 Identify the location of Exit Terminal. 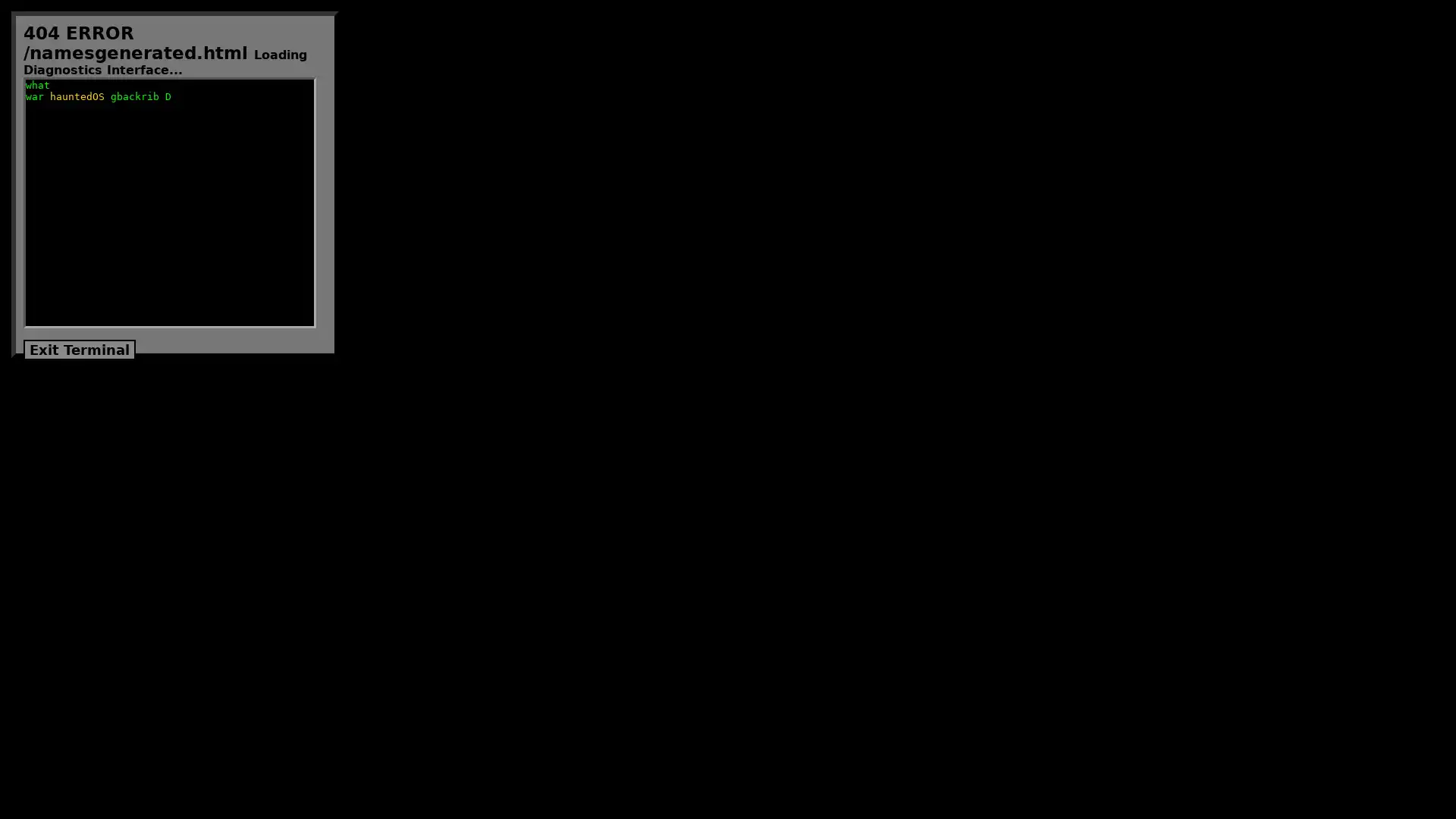
(79, 350).